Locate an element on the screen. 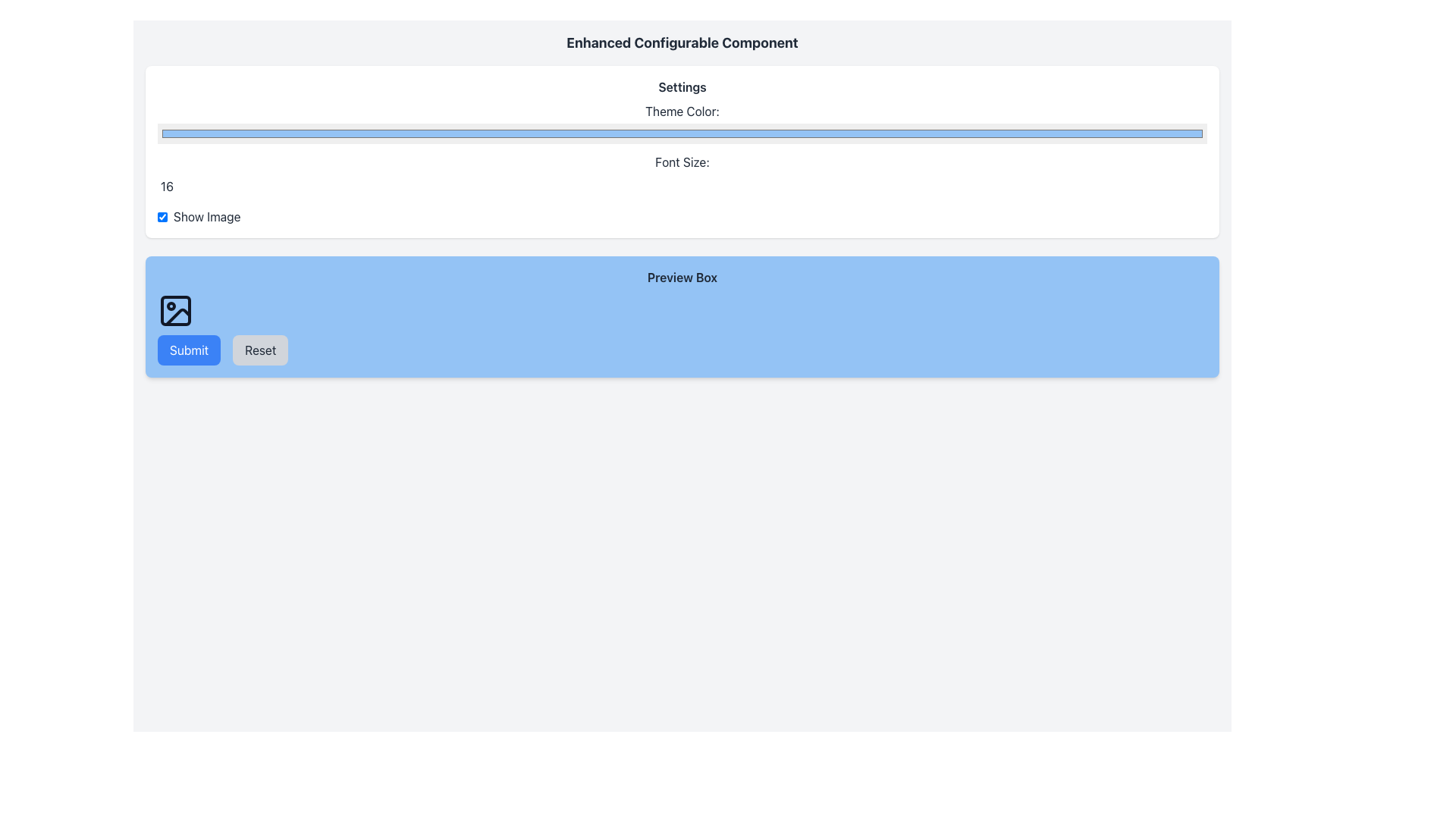 The image size is (1456, 819). displayed text 'Settings' which is a bold text element located at the top of a white rectangular box with rounded corners is located at coordinates (682, 87).